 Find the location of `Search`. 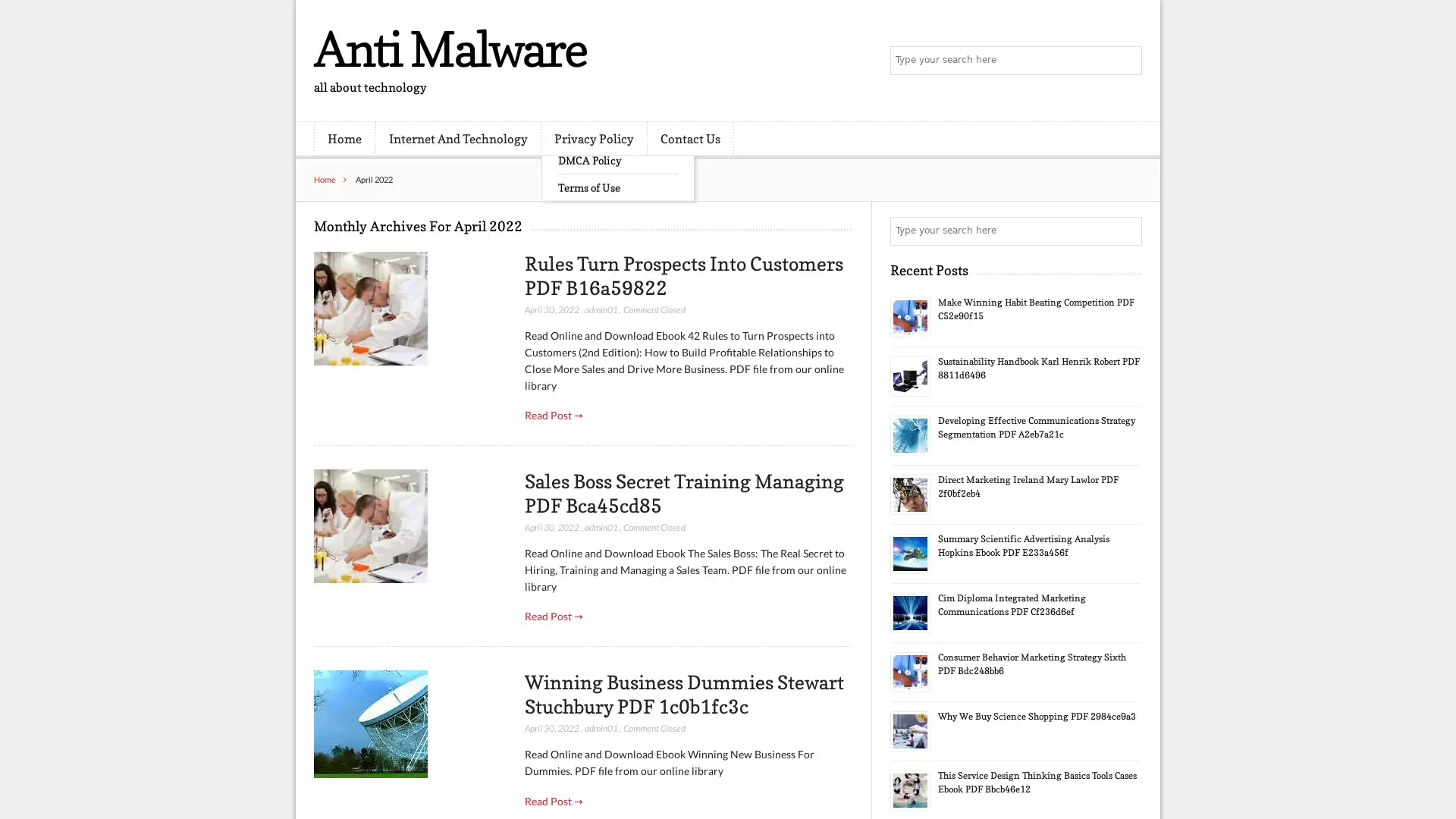

Search is located at coordinates (1126, 61).